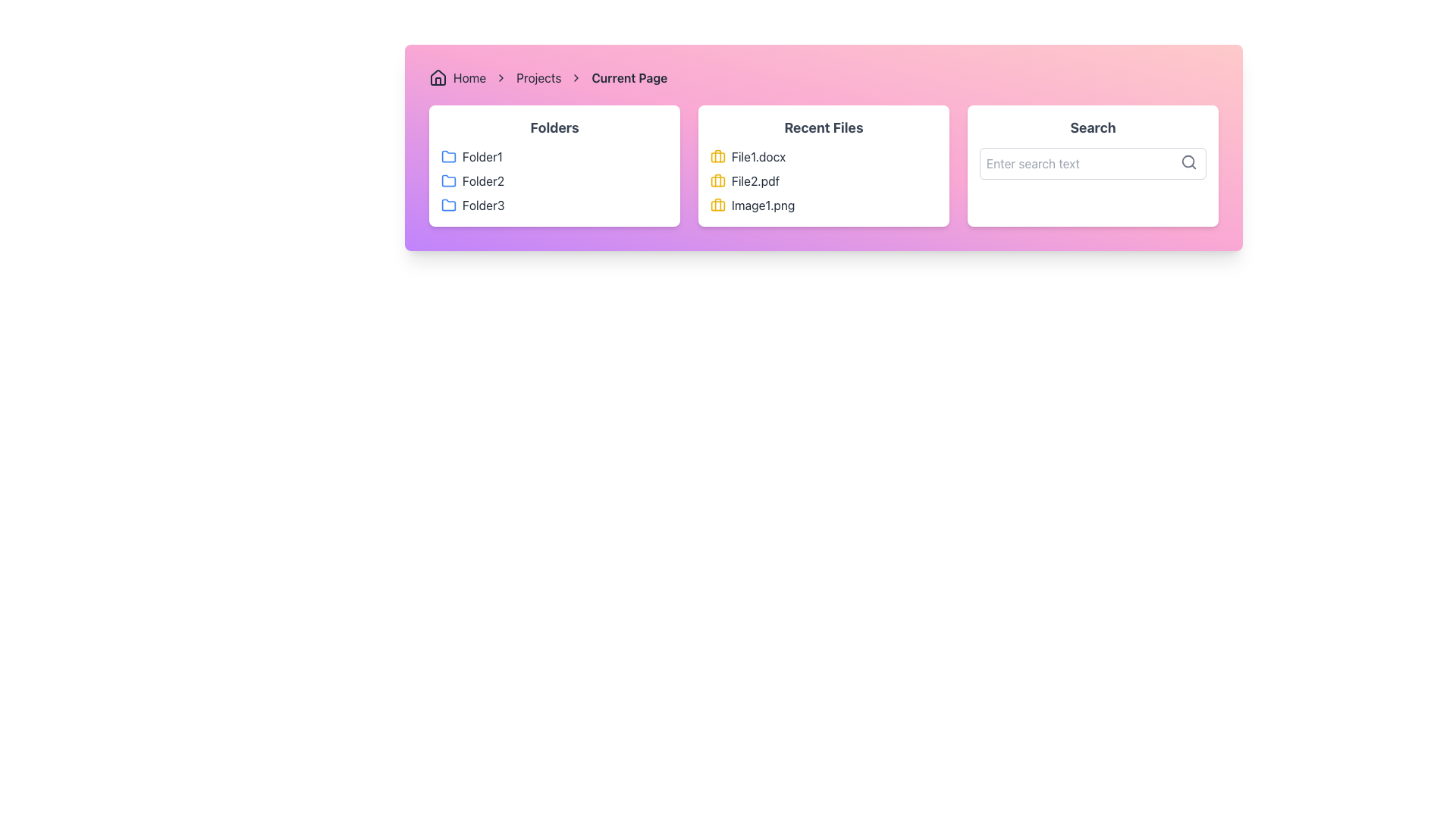 The image size is (1456, 819). I want to click on the yellow briefcase icon located to the left of the text 'File1.docx' in the 'Recent Files' section, so click(717, 157).